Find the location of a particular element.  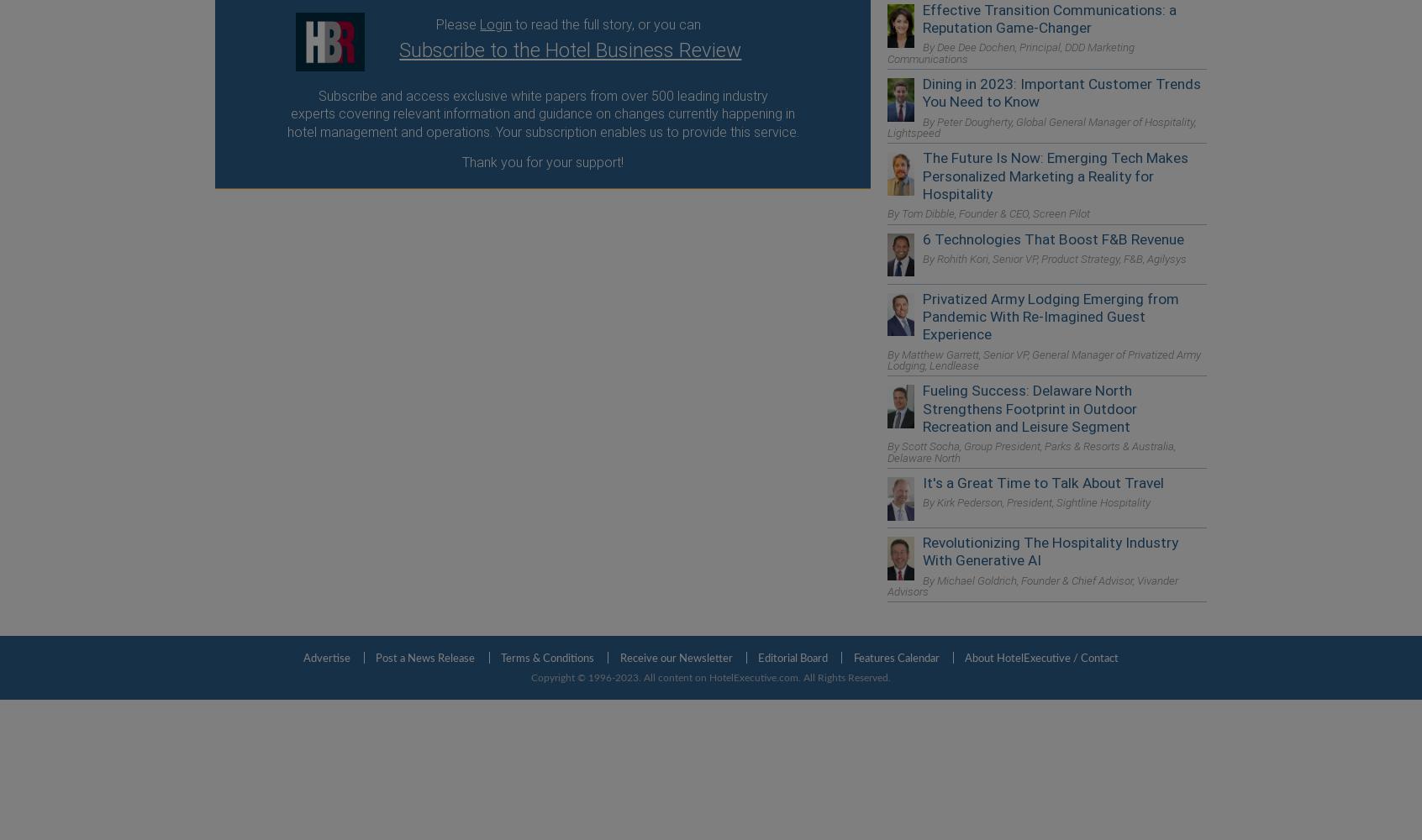

'By Michael Goldrich, Founder & Chief Advisor, Vivander Advisors' is located at coordinates (1033, 585).